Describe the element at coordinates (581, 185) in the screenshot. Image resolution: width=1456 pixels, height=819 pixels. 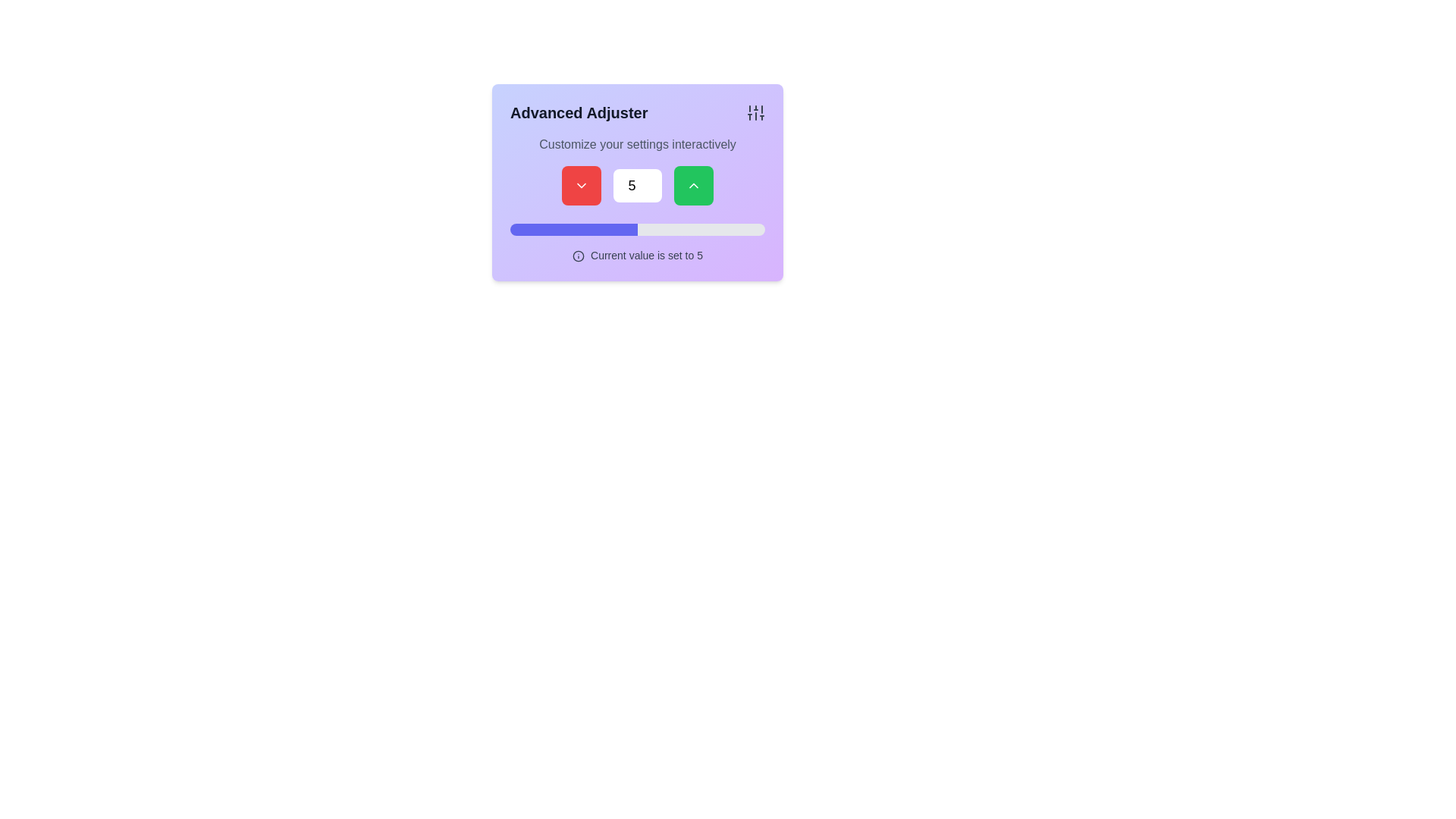
I see `the red button that contains the icon` at that location.